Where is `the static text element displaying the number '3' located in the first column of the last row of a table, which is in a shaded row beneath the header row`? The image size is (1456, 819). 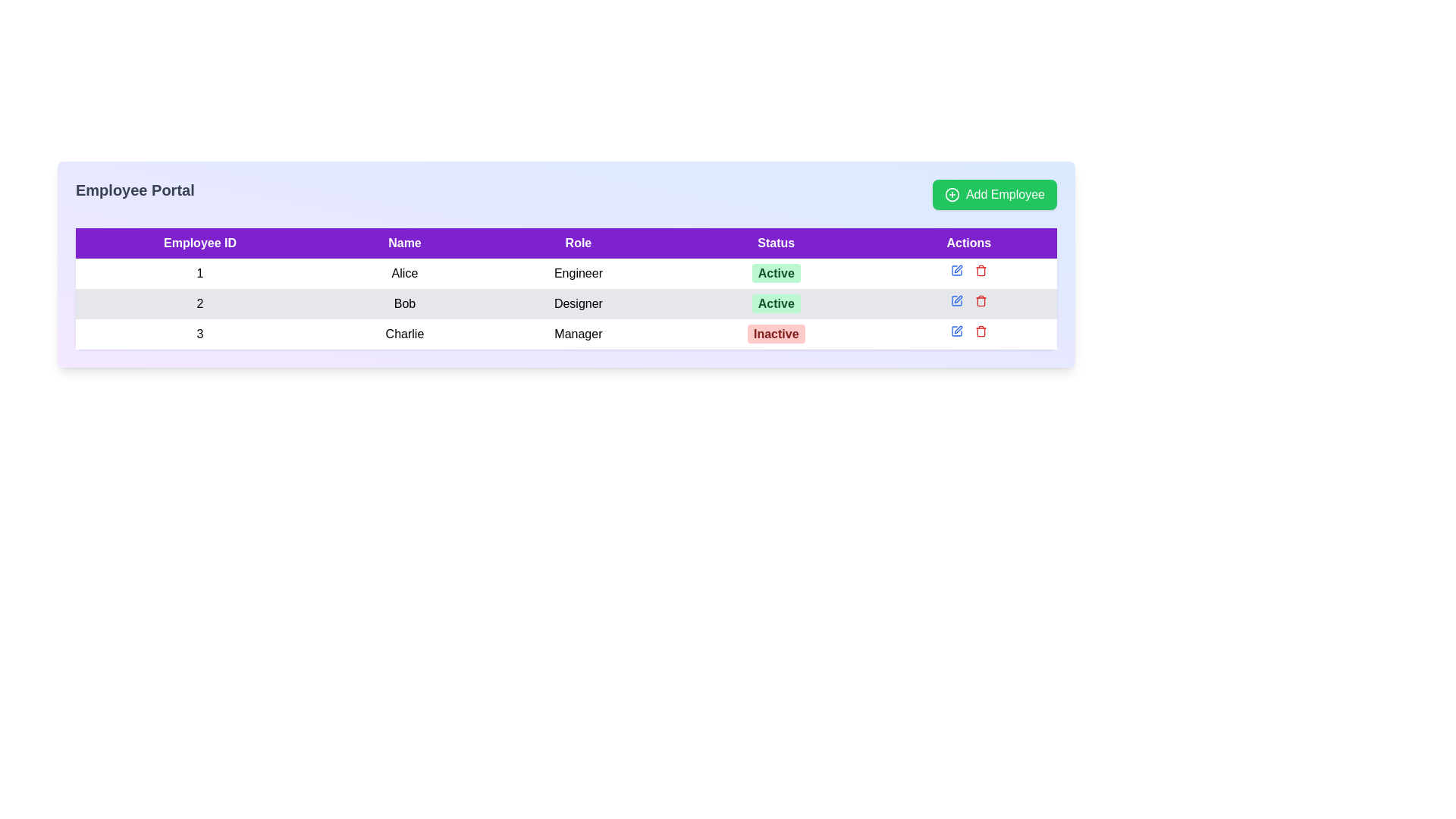 the static text element displaying the number '3' located in the first column of the last row of a table, which is in a shaded row beneath the header row is located at coordinates (199, 333).